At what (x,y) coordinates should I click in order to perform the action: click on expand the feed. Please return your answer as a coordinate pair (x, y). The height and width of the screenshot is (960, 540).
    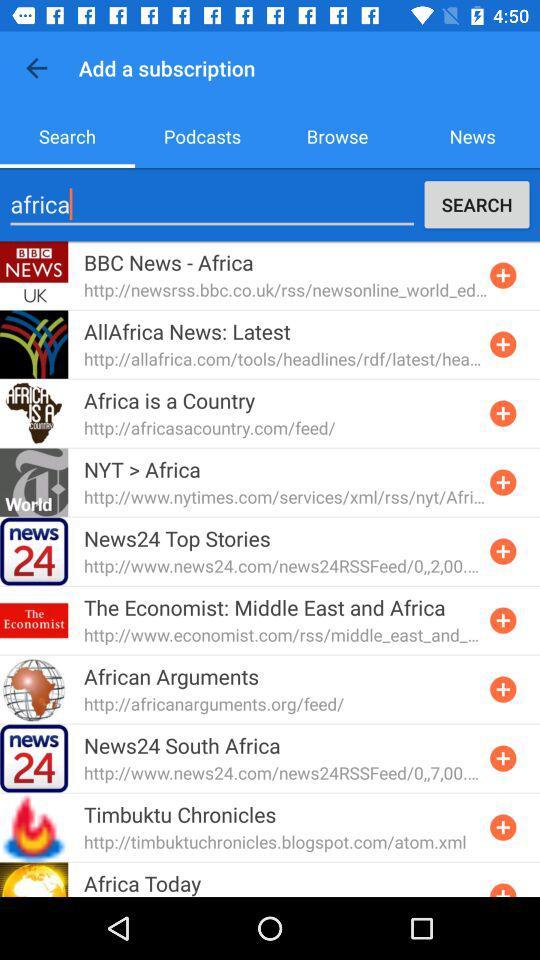
    Looking at the image, I should click on (502, 412).